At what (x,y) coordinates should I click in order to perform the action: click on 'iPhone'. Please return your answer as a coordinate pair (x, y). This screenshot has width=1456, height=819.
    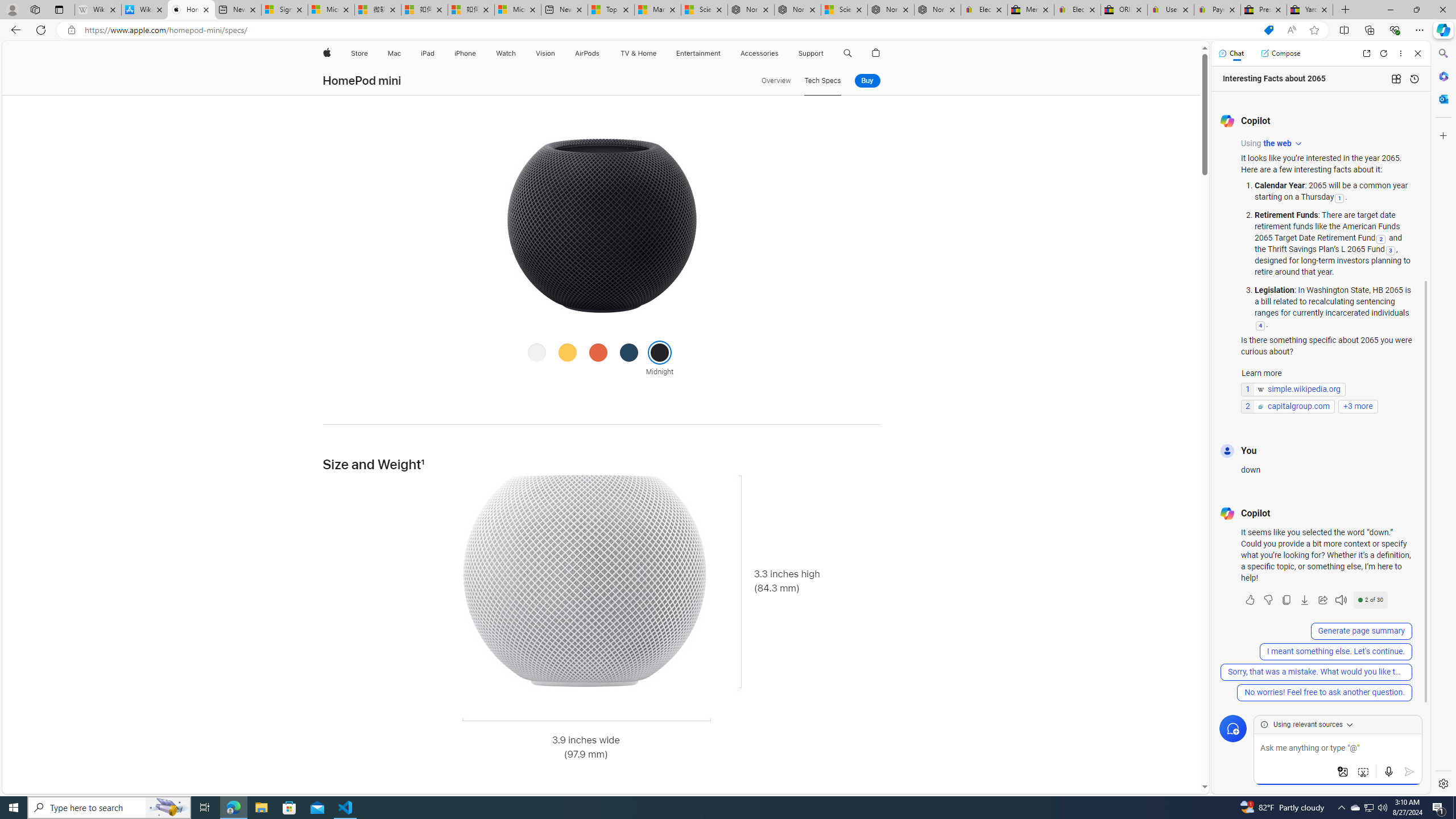
    Looking at the image, I should click on (464, 53).